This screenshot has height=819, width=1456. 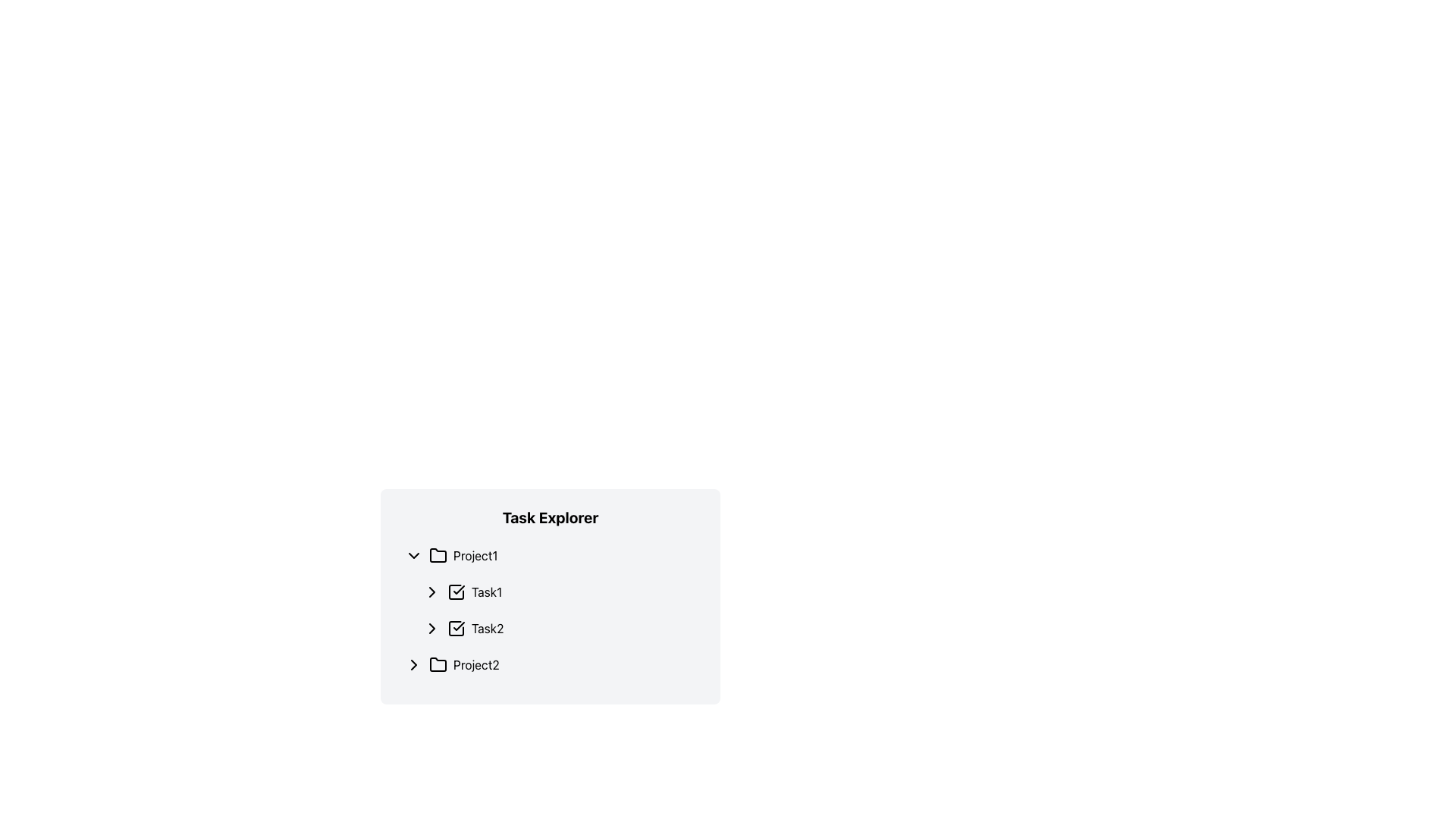 I want to click on the right-pointing chevron icon for 'Project2' in the 'Task Explorer' section to prepare for keyboard interaction, so click(x=414, y=664).